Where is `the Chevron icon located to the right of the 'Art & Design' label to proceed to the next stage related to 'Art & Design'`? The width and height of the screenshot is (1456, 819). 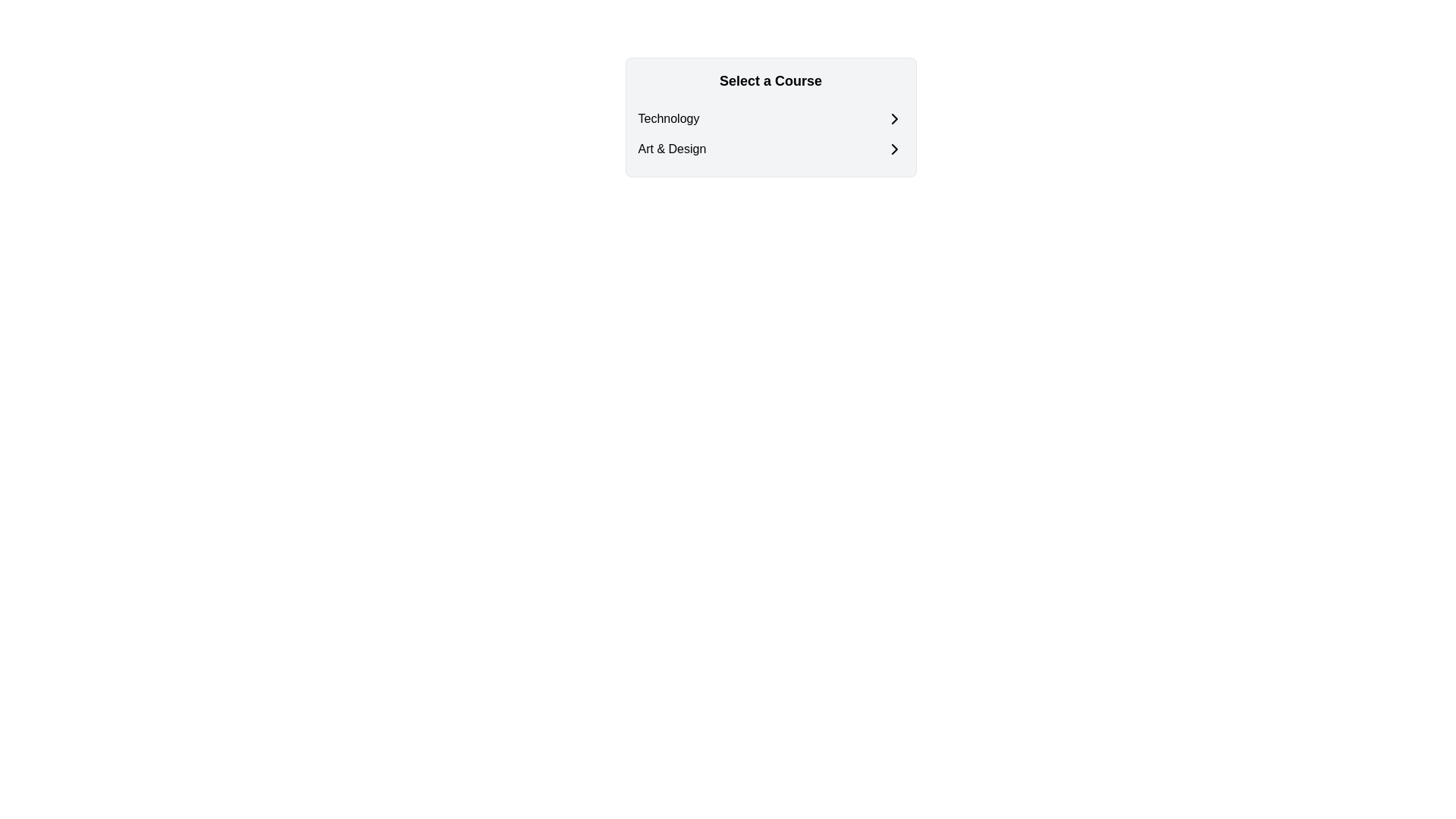
the Chevron icon located to the right of the 'Art & Design' label to proceed to the next stage related to 'Art & Design' is located at coordinates (894, 149).